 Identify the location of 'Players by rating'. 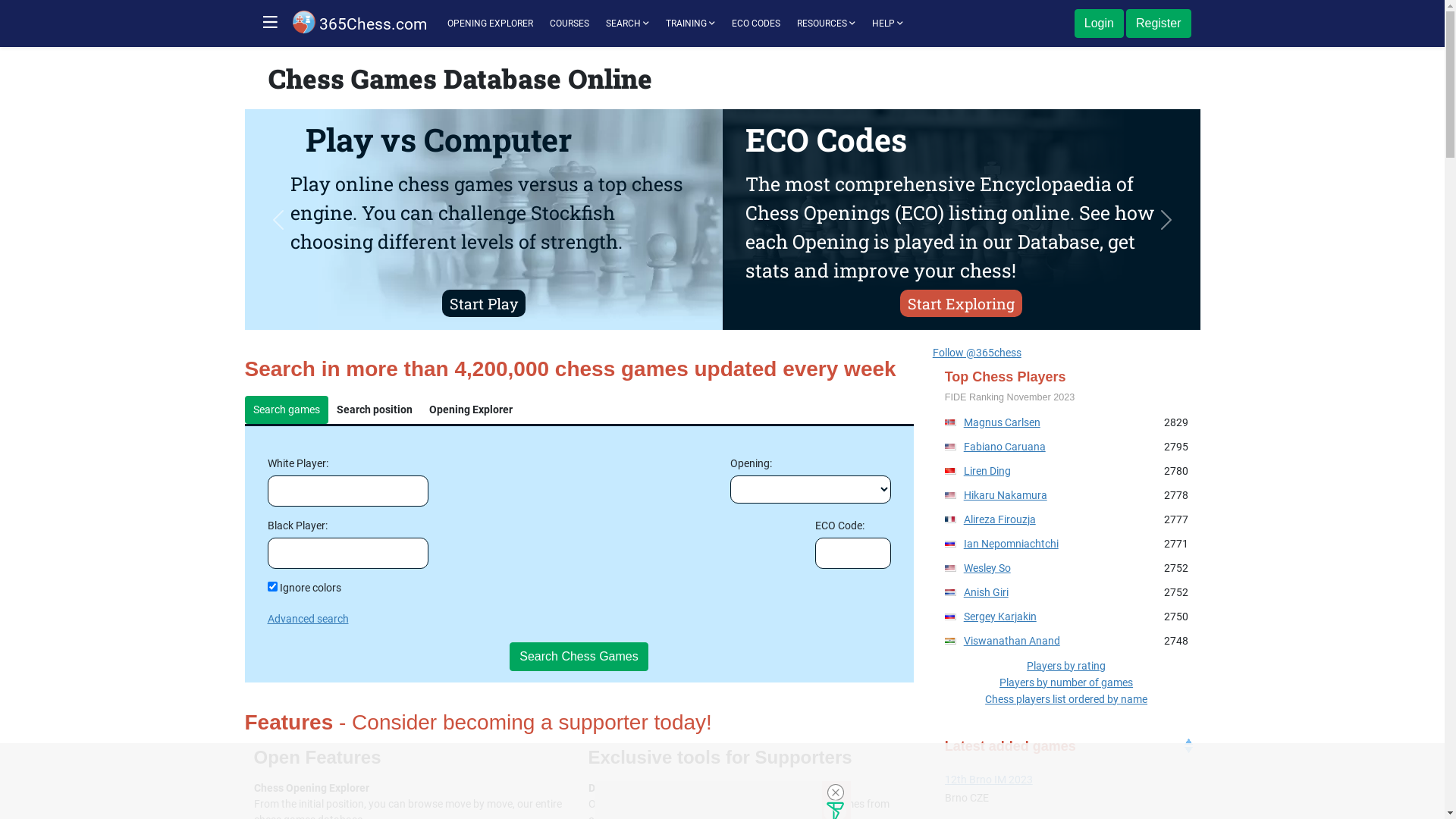
(1065, 665).